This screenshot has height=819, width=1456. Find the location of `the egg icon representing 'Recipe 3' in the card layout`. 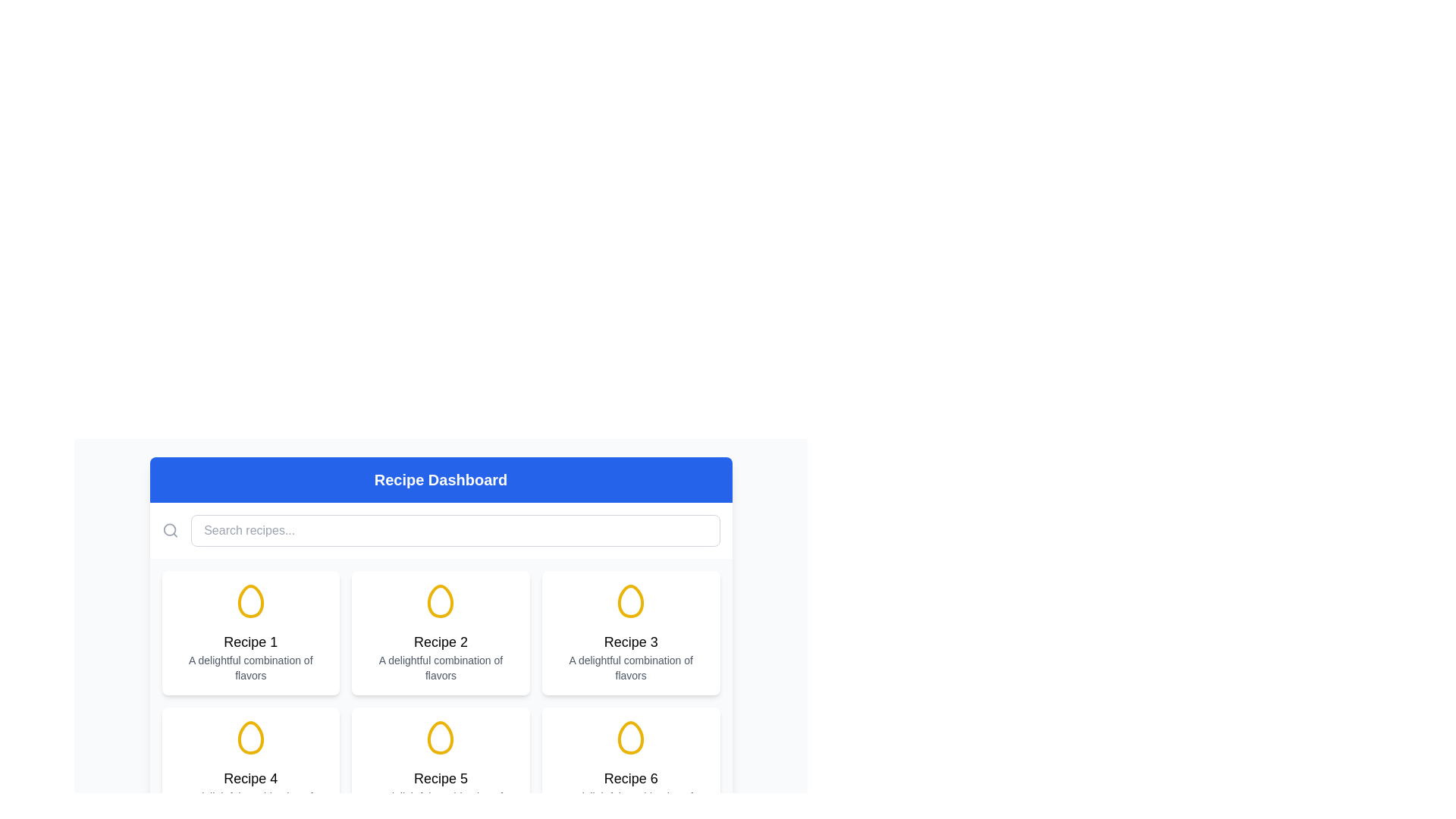

the egg icon representing 'Recipe 3' in the card layout is located at coordinates (631, 601).